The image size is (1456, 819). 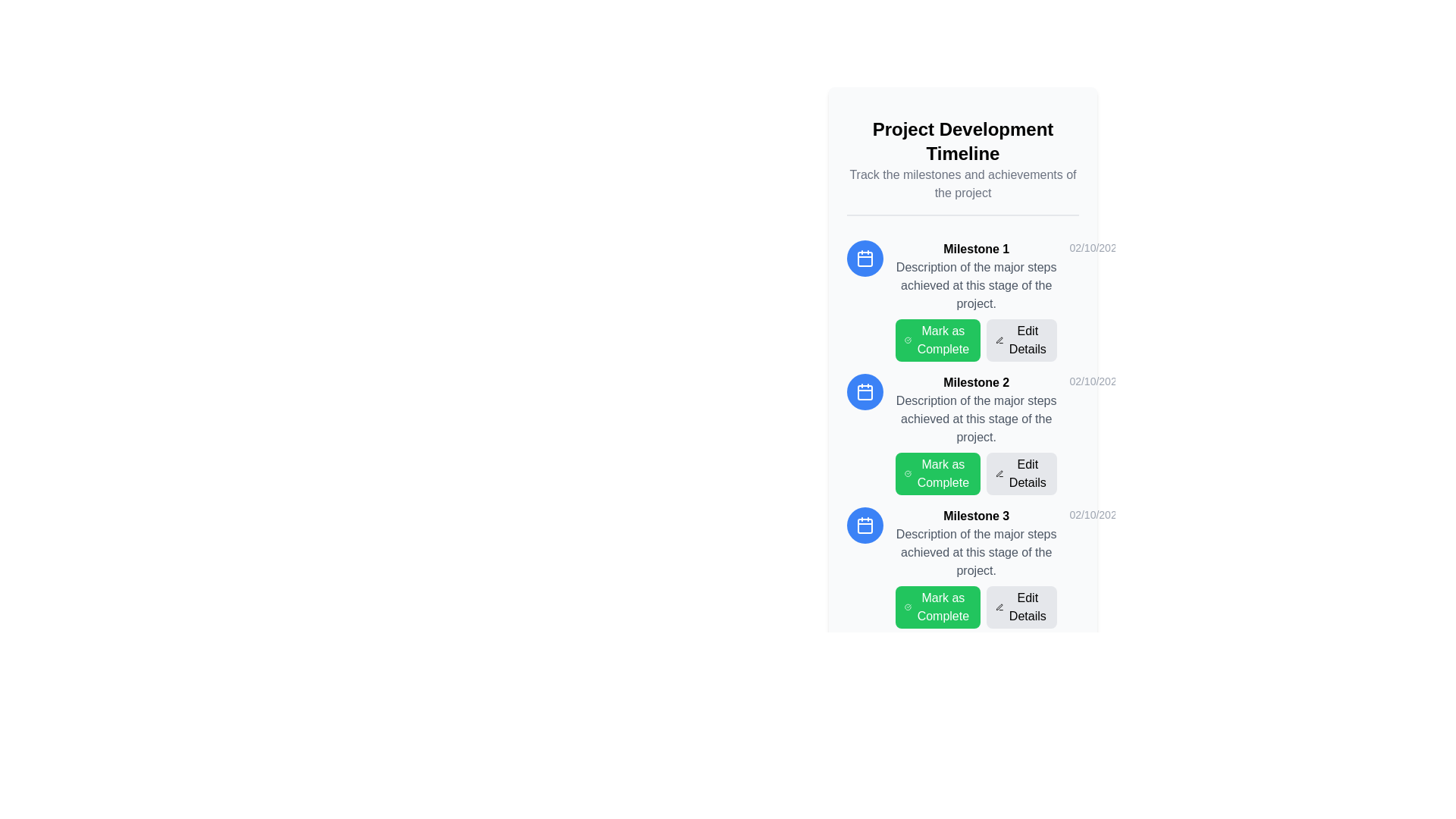 What do you see at coordinates (999, 607) in the screenshot?
I see `the small, outlined gray pen icon button representing editing functionality, located within the 'Edit Details' button at the bottom-right of the 'Milestone 3' section` at bounding box center [999, 607].